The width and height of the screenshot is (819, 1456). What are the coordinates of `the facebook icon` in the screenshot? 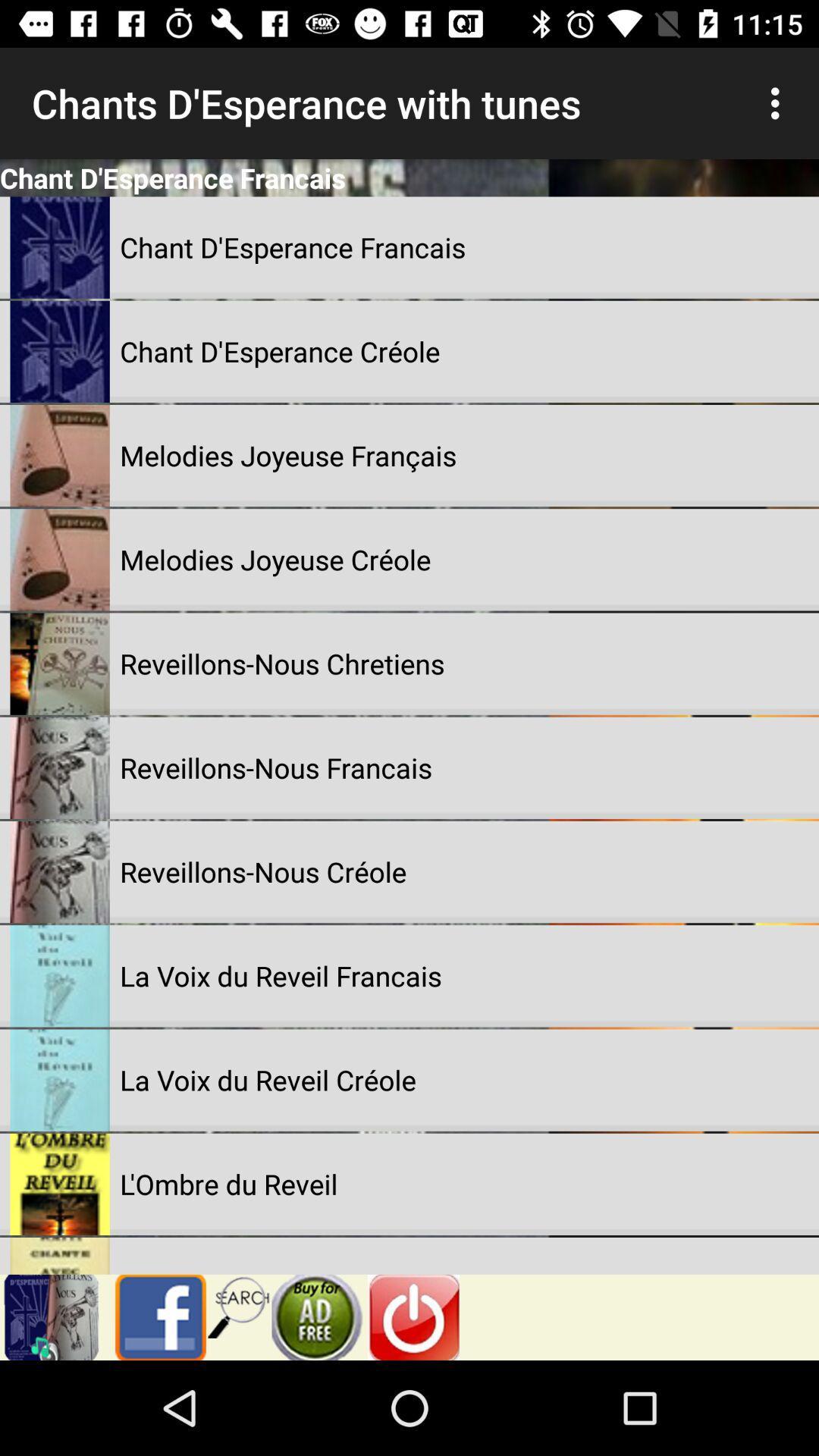 It's located at (155, 1316).